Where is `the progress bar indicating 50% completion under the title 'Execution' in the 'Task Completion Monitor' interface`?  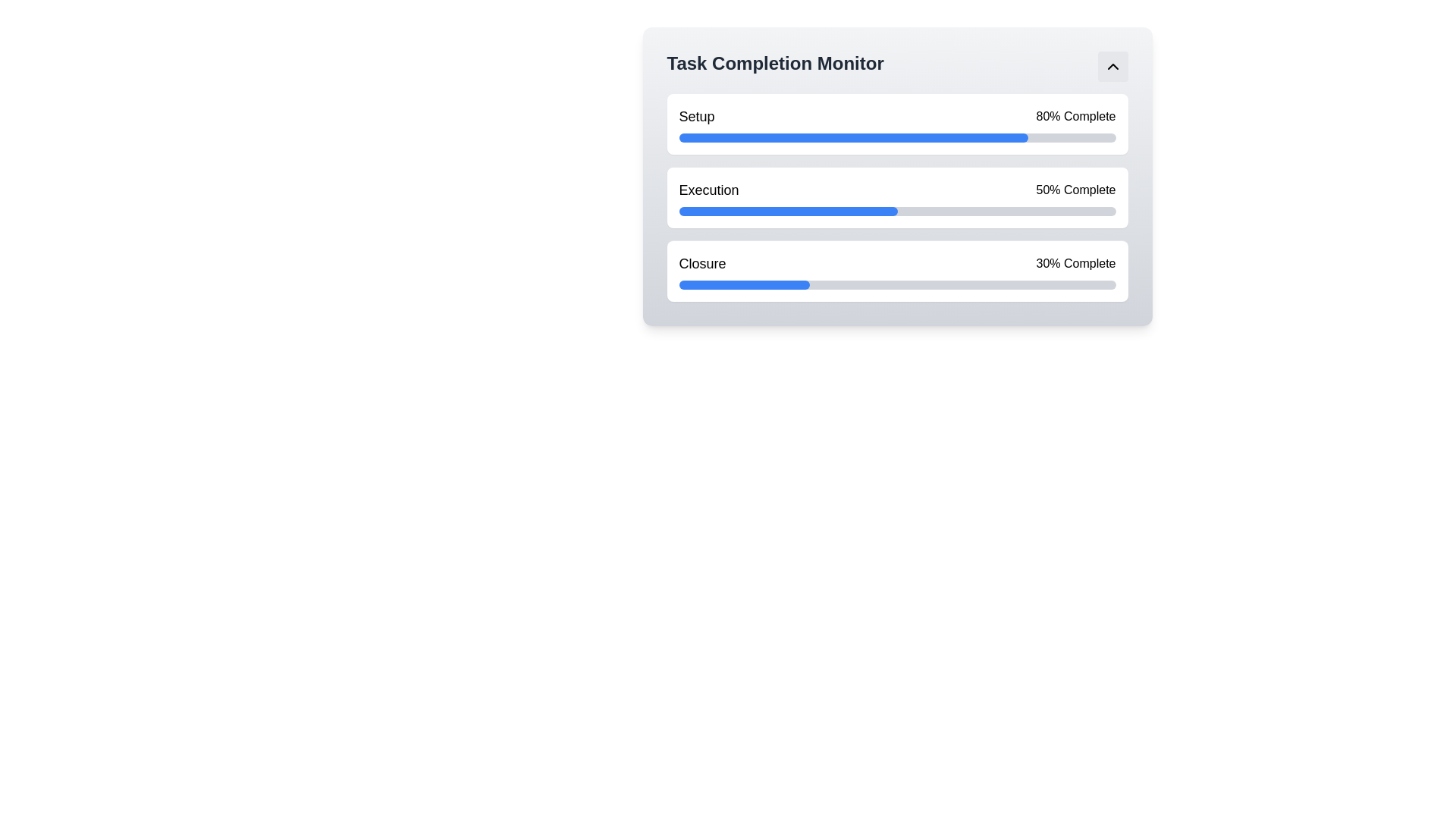 the progress bar indicating 50% completion under the title 'Execution' in the 'Task Completion Monitor' interface is located at coordinates (897, 211).